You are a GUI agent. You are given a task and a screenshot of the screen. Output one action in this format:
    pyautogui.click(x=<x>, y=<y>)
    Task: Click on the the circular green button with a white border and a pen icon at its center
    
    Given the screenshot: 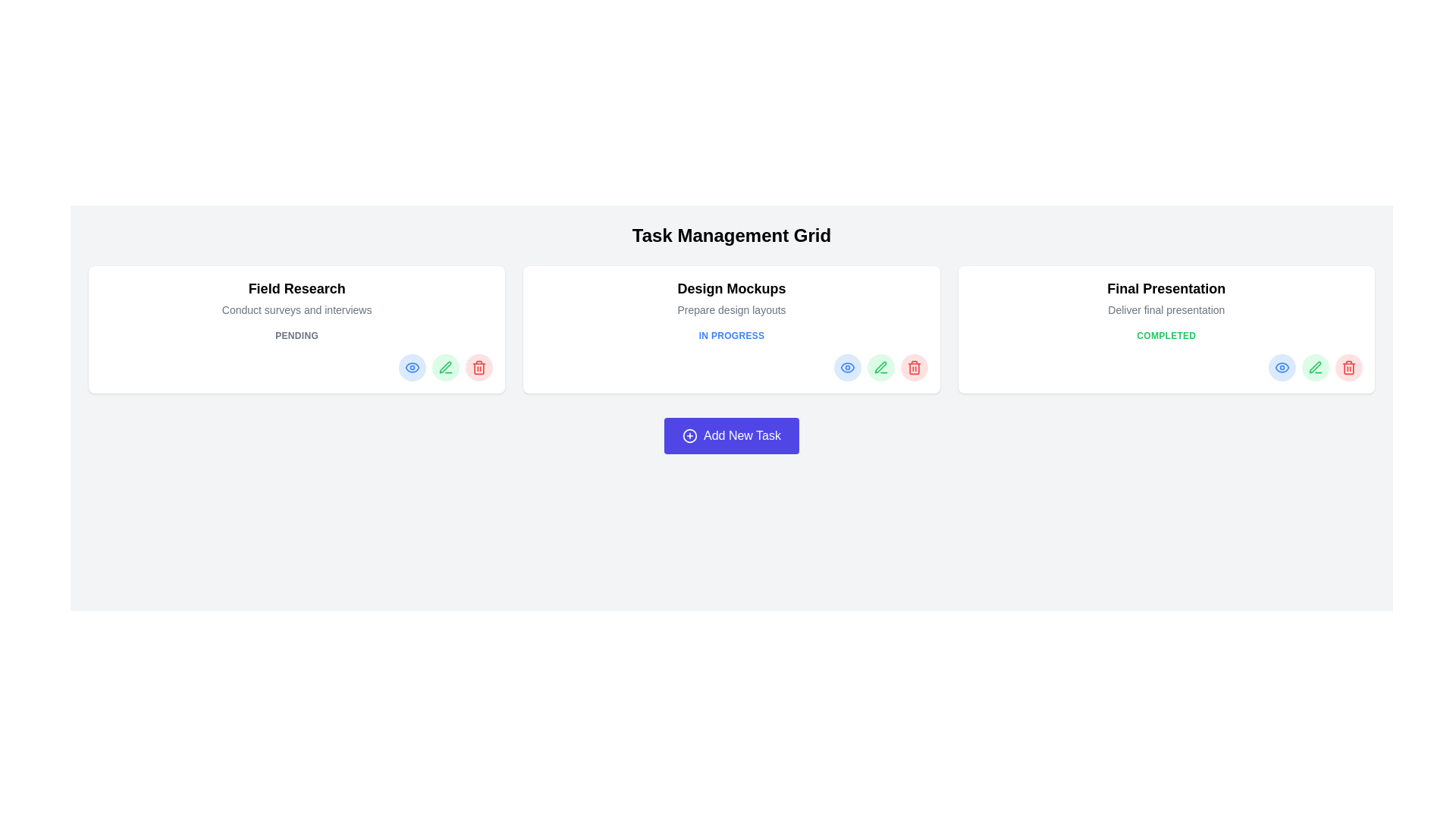 What is the action you would take?
    pyautogui.click(x=445, y=368)
    